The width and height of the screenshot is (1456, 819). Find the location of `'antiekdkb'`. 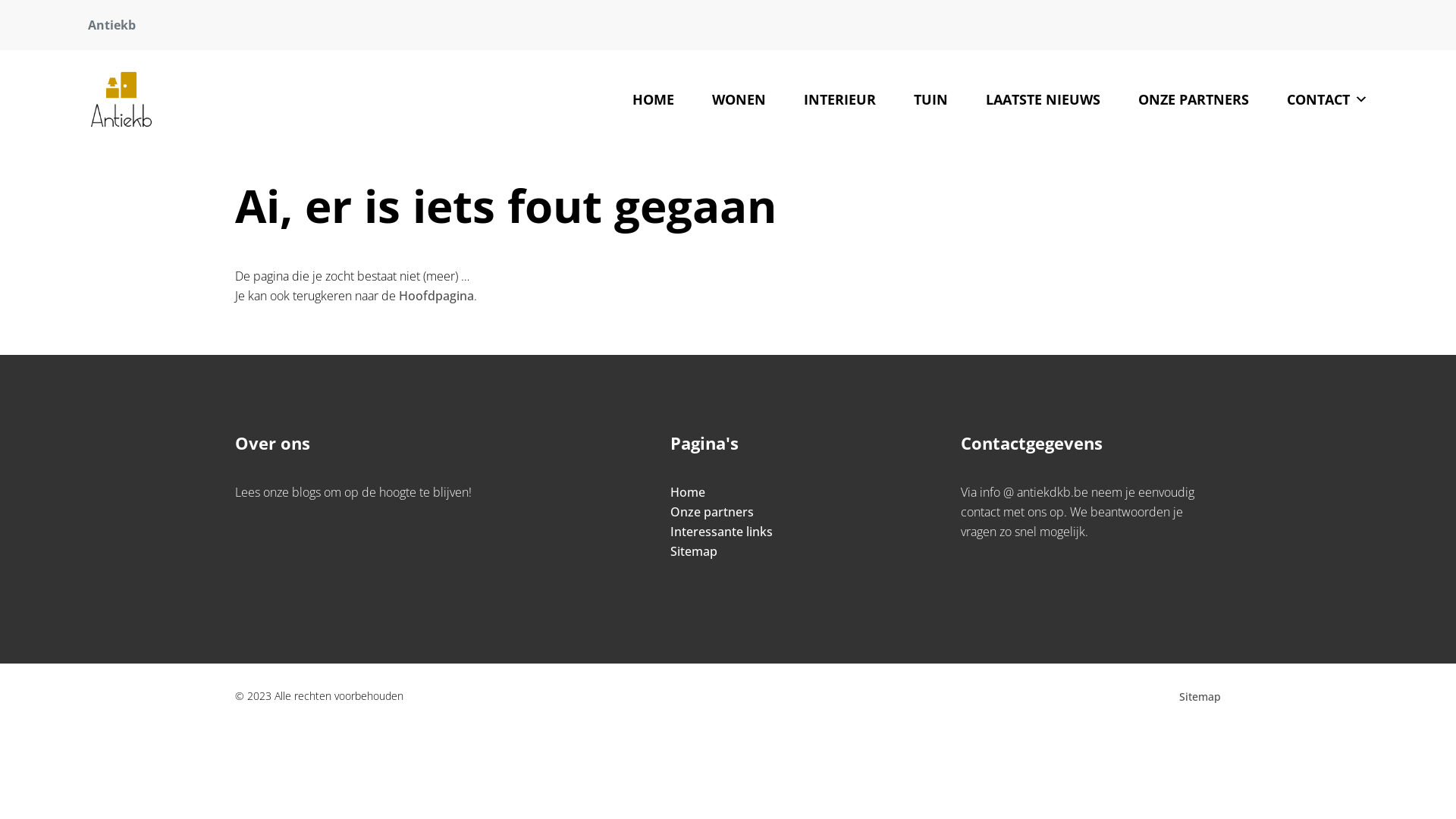

'antiekdkb' is located at coordinates (120, 99).